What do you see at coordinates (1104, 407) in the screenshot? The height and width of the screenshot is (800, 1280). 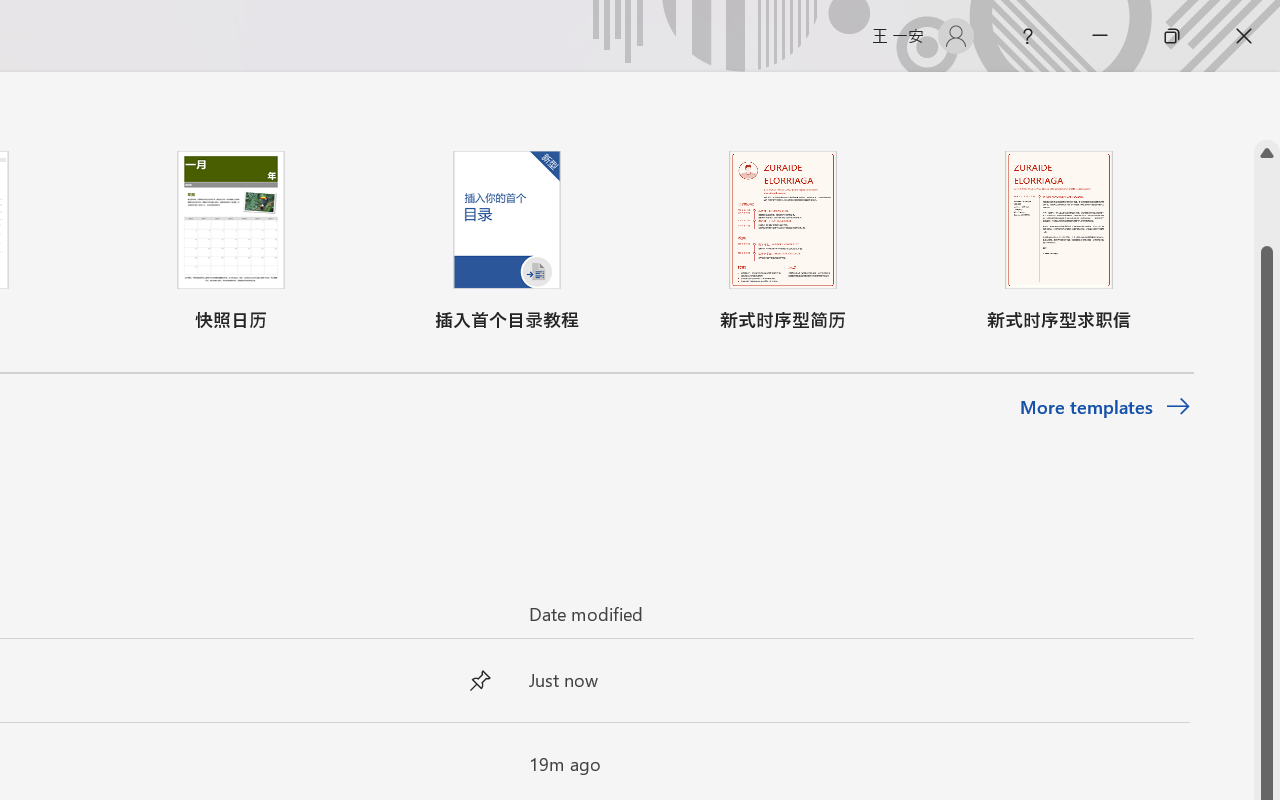 I see `'More templates'` at bounding box center [1104, 407].